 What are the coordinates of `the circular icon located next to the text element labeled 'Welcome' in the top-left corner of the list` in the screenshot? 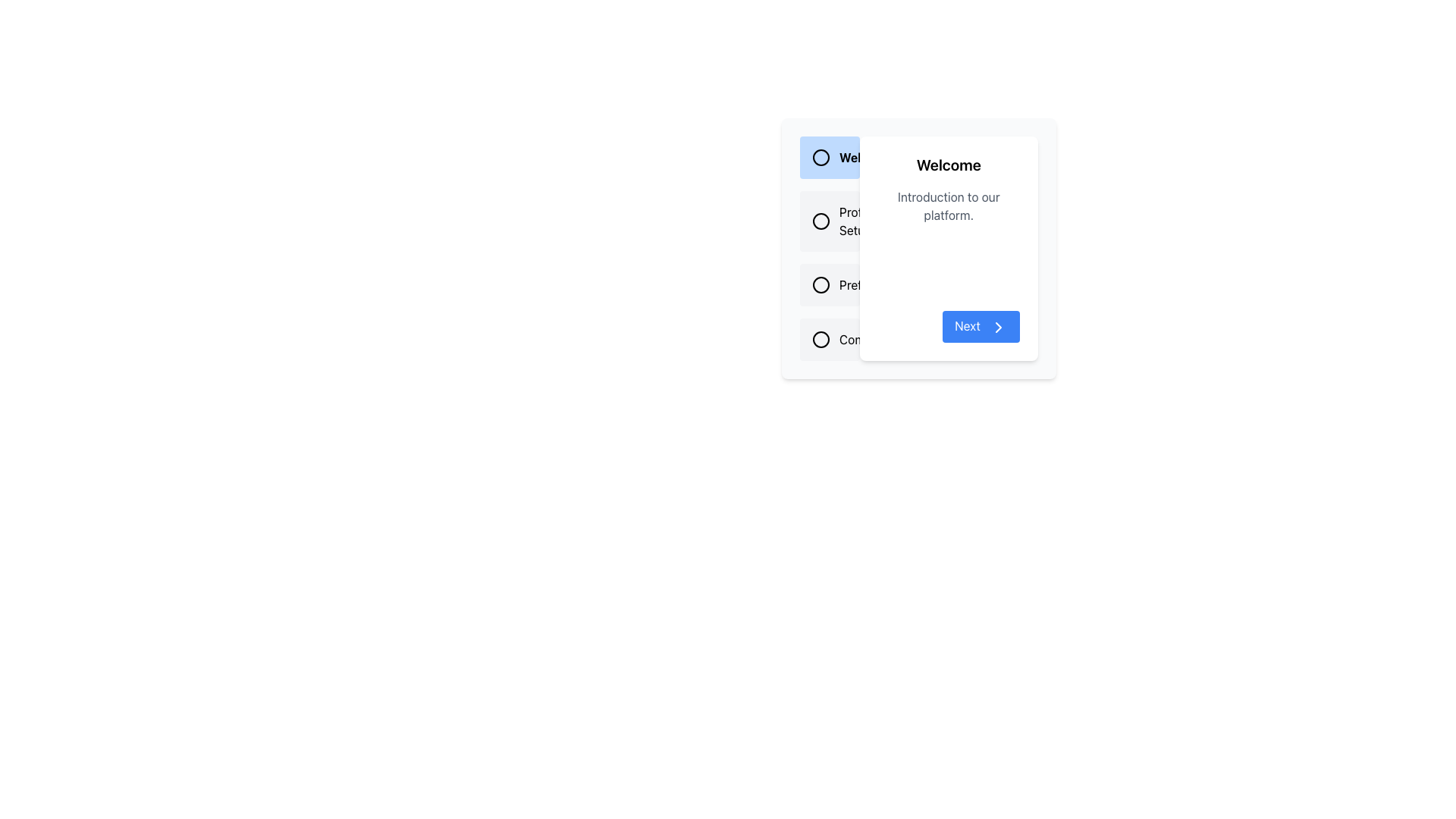 It's located at (821, 158).